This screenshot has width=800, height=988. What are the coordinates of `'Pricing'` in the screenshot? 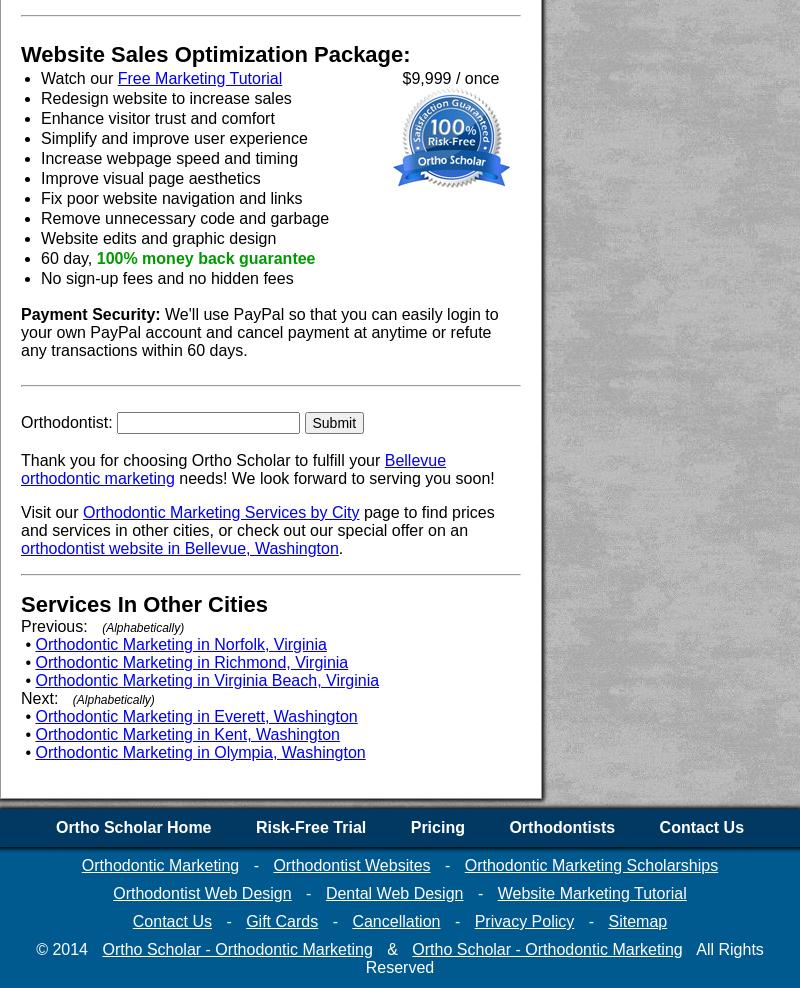 It's located at (409, 827).